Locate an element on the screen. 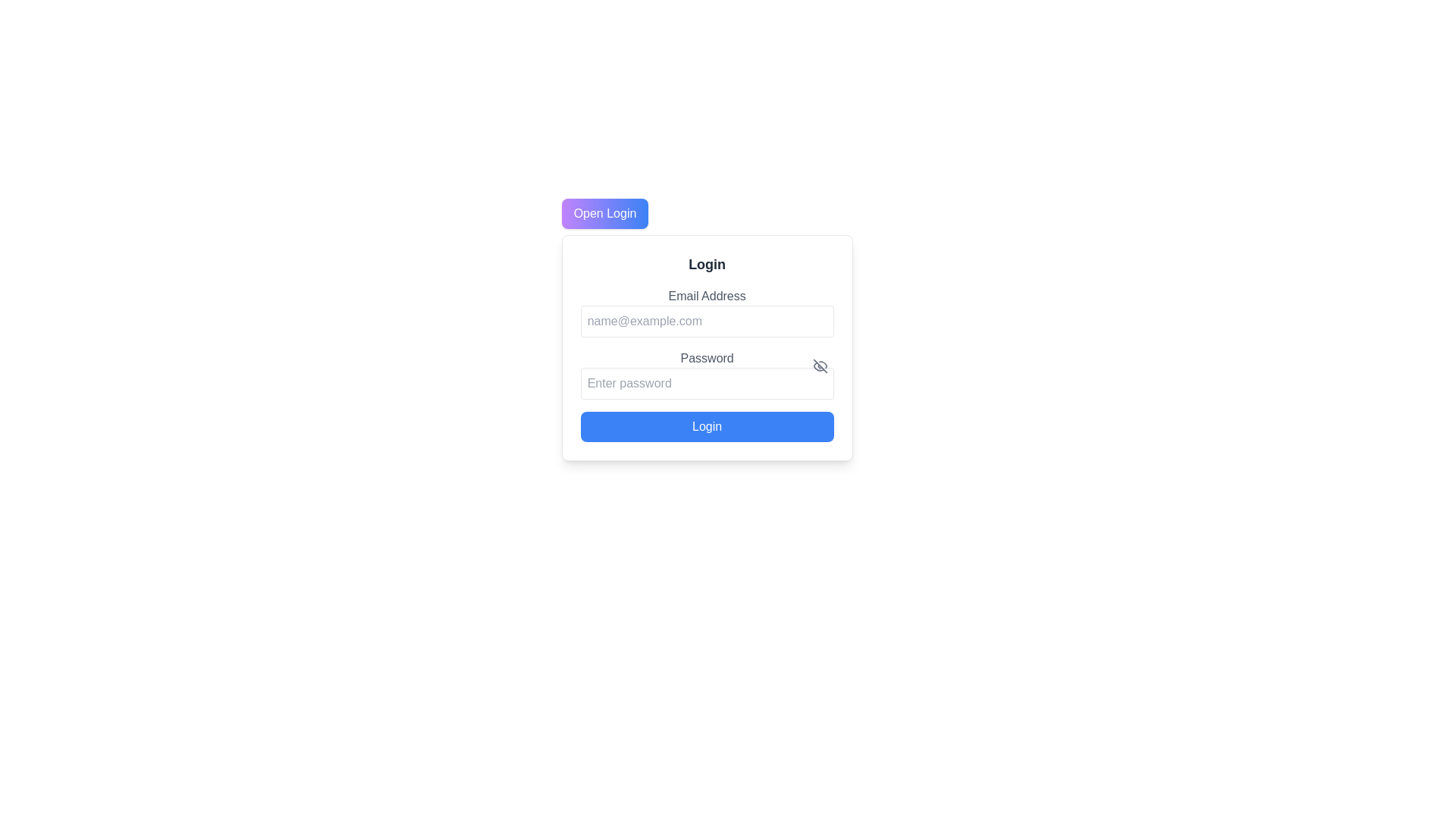 The height and width of the screenshot is (819, 1456). the 'Password' label, which is displayed in gray font against a white background, located beneath the 'Email Address' label and above the password input field is located at coordinates (706, 359).